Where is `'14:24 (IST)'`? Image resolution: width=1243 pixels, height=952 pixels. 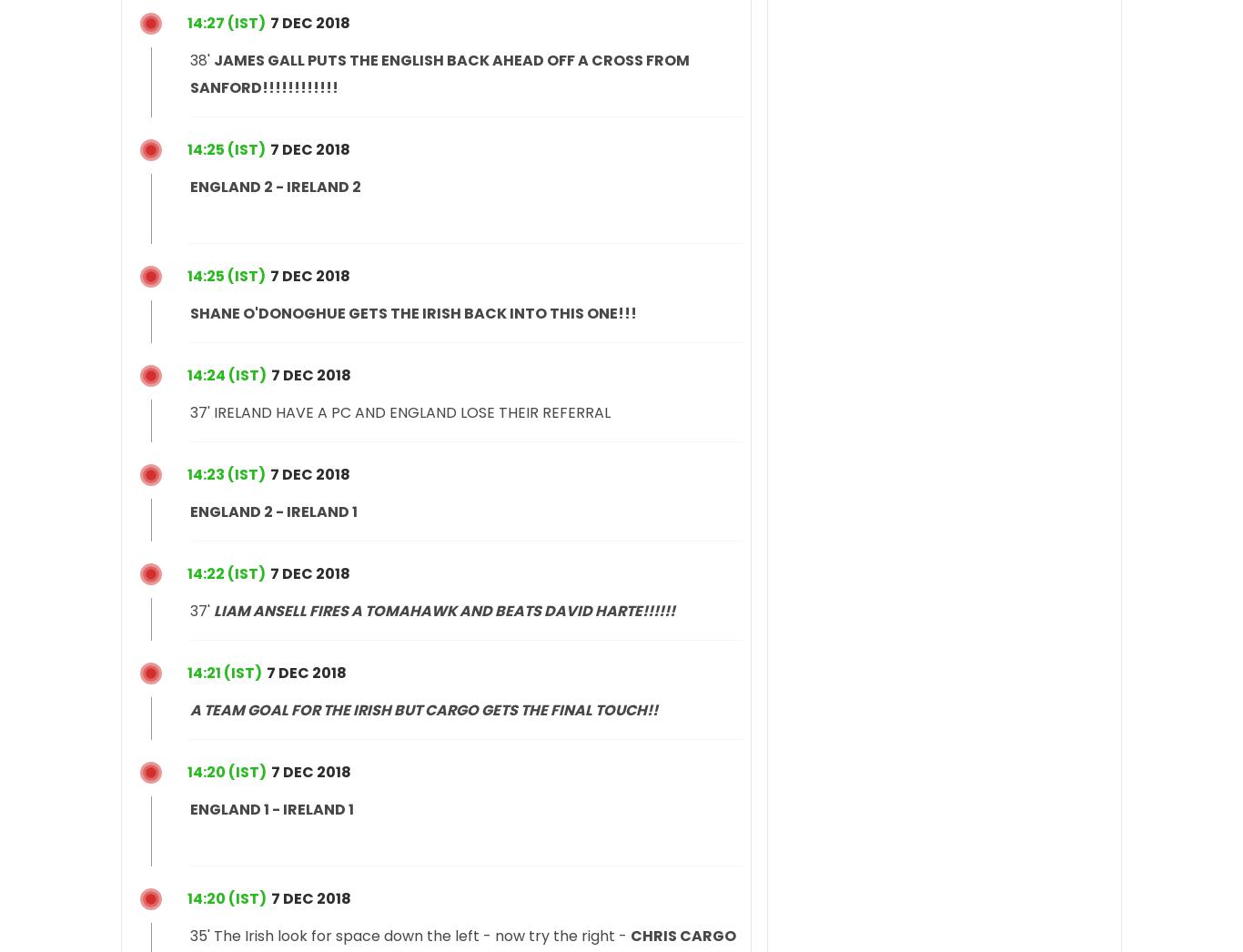
'14:24 (IST)' is located at coordinates (186, 374).